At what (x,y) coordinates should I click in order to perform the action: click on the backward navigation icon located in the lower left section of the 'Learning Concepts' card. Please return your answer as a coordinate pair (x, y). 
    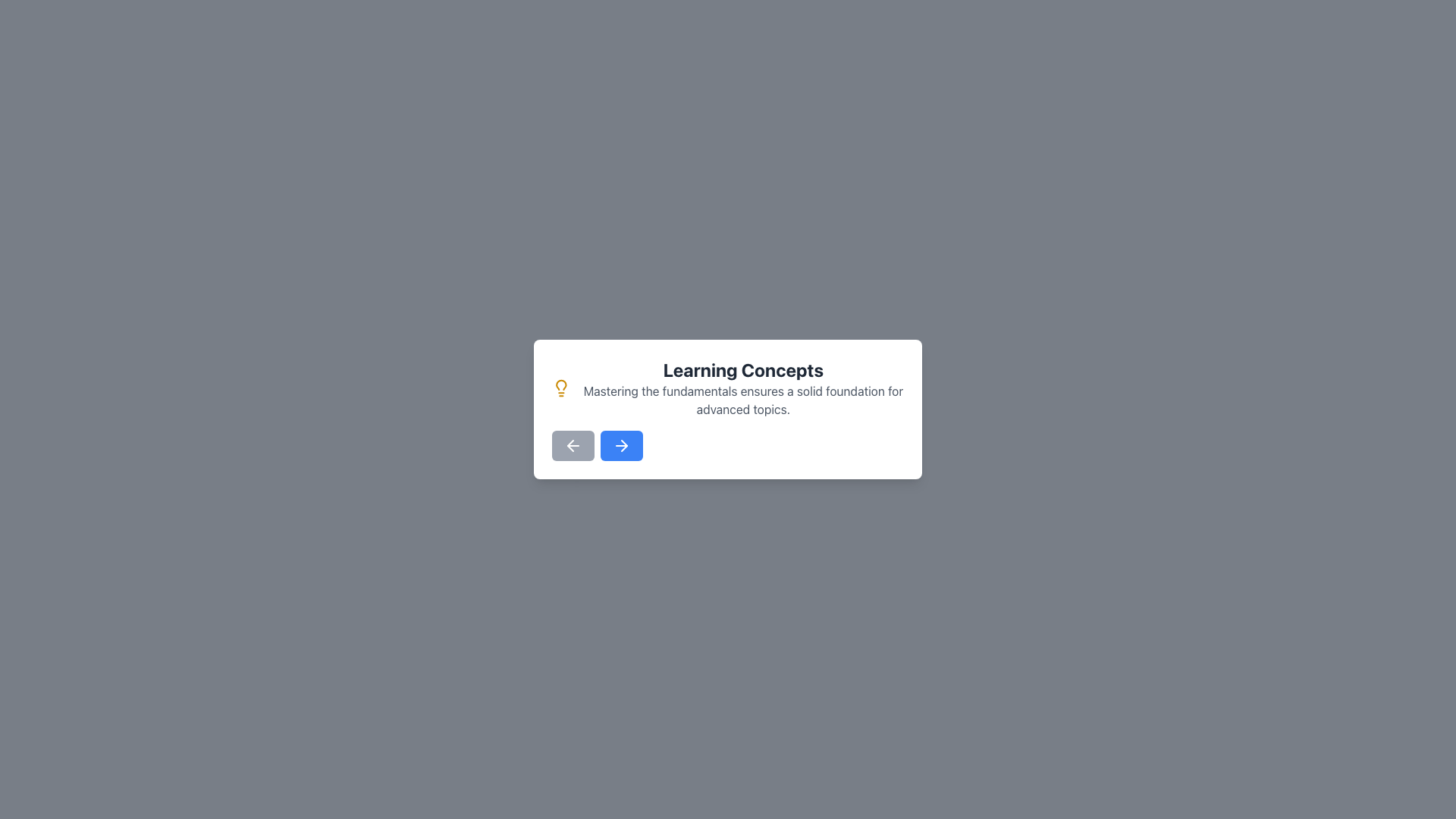
    Looking at the image, I should click on (570, 444).